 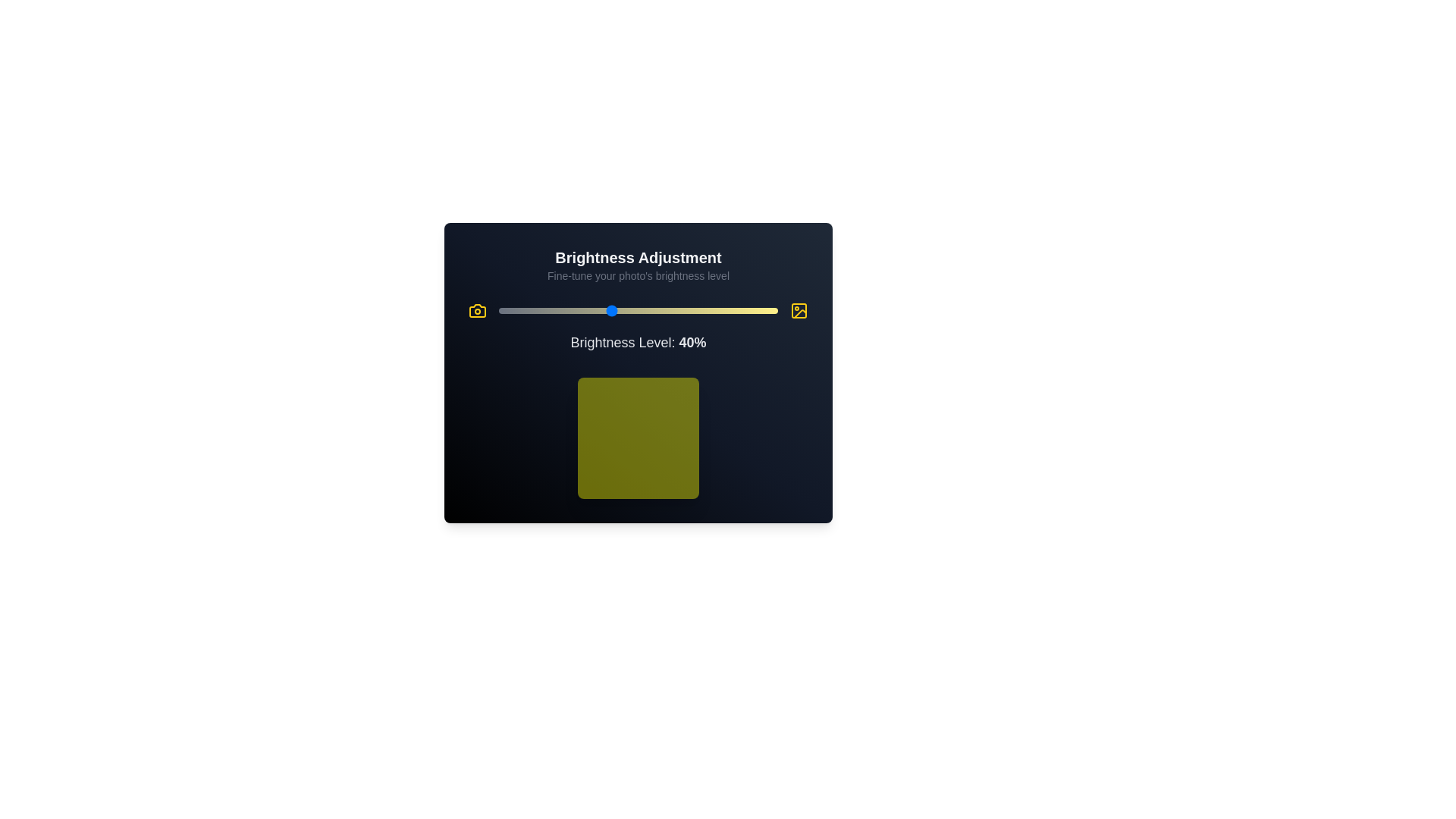 What do you see at coordinates (476, 309) in the screenshot?
I see `the camera icon to initiate the corresponding action` at bounding box center [476, 309].